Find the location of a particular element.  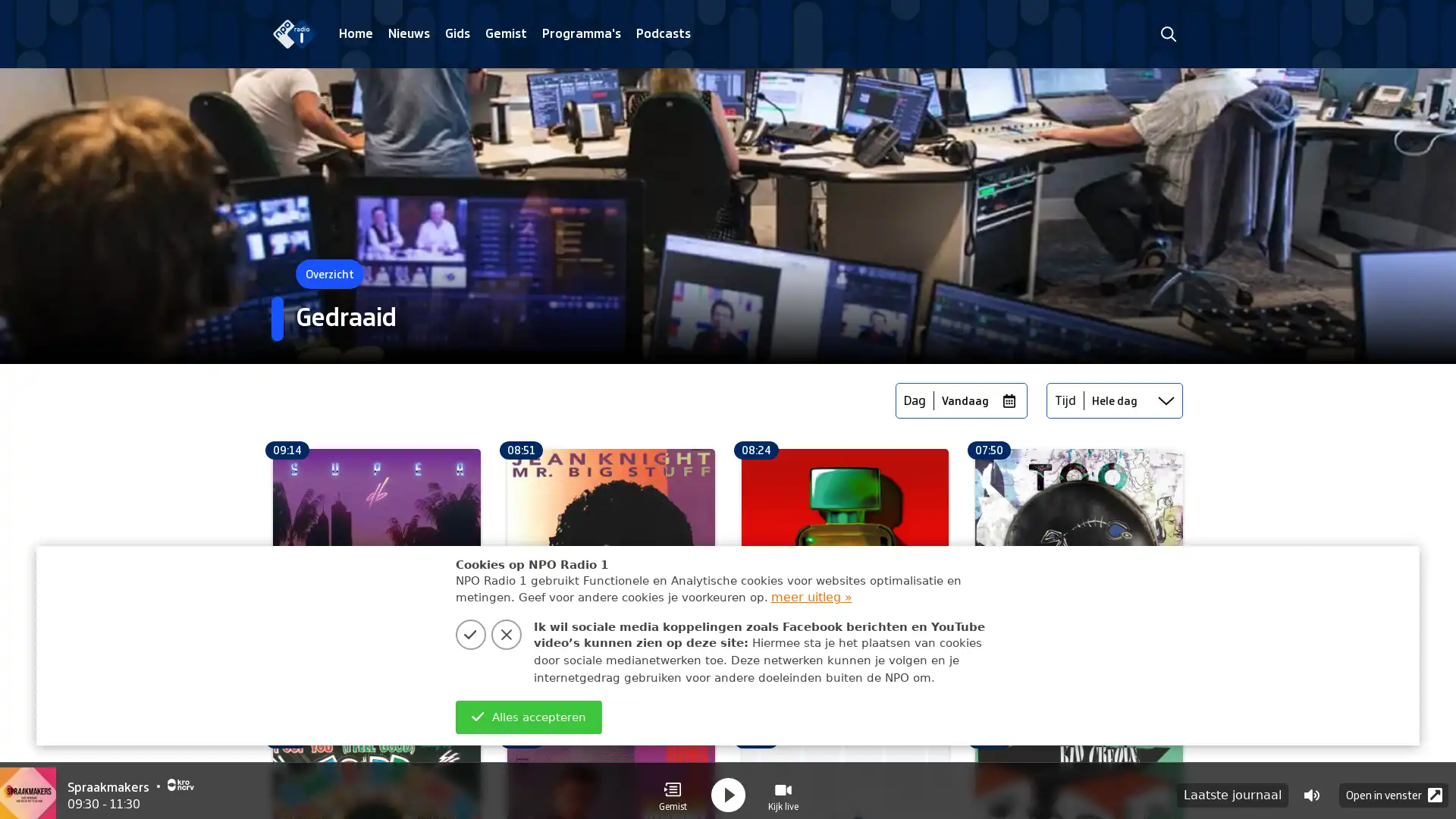

Open in venster Popup Icon is located at coordinates (1394, 786).